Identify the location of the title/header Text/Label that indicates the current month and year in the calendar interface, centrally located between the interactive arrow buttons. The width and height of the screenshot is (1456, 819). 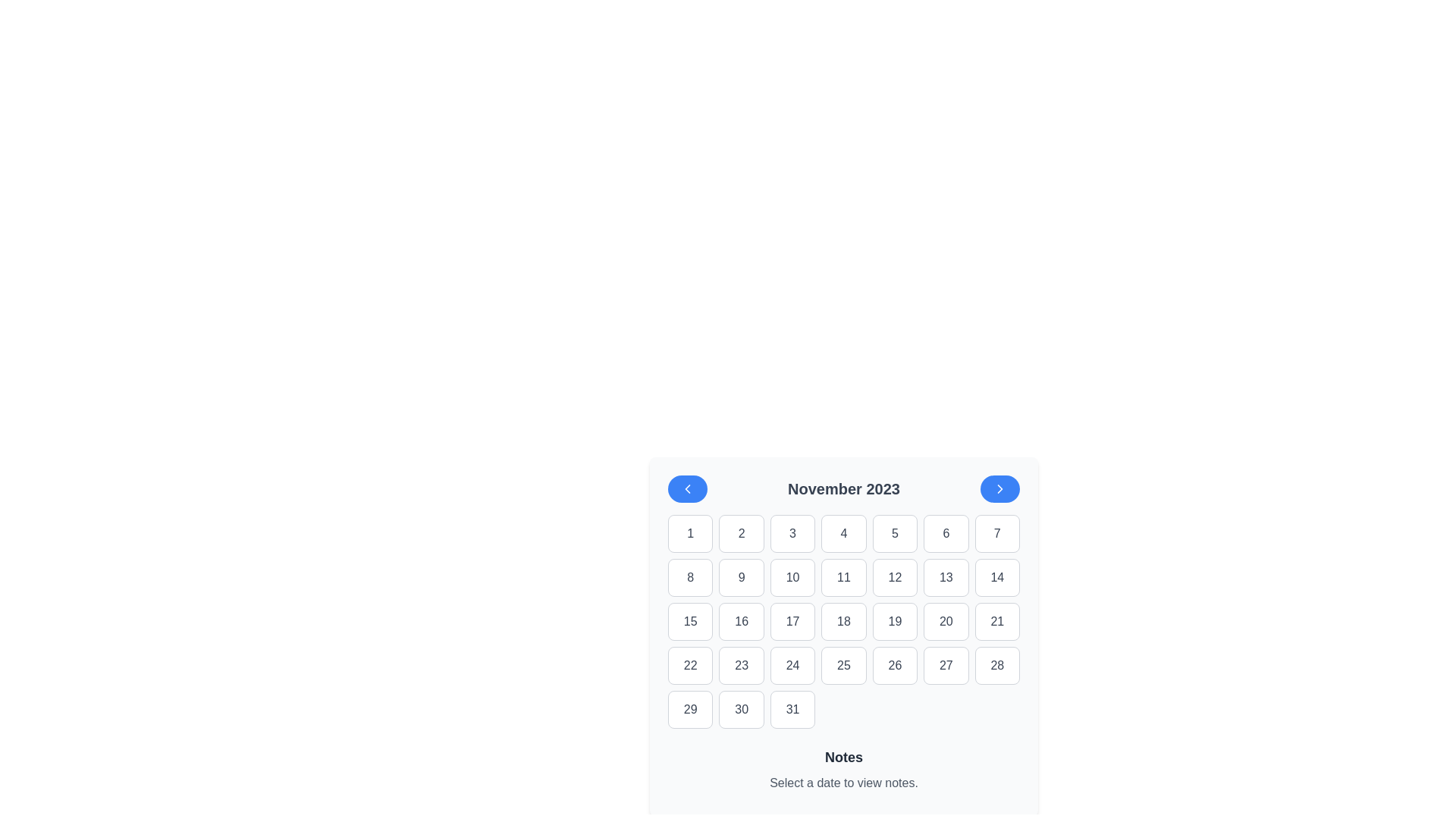
(843, 488).